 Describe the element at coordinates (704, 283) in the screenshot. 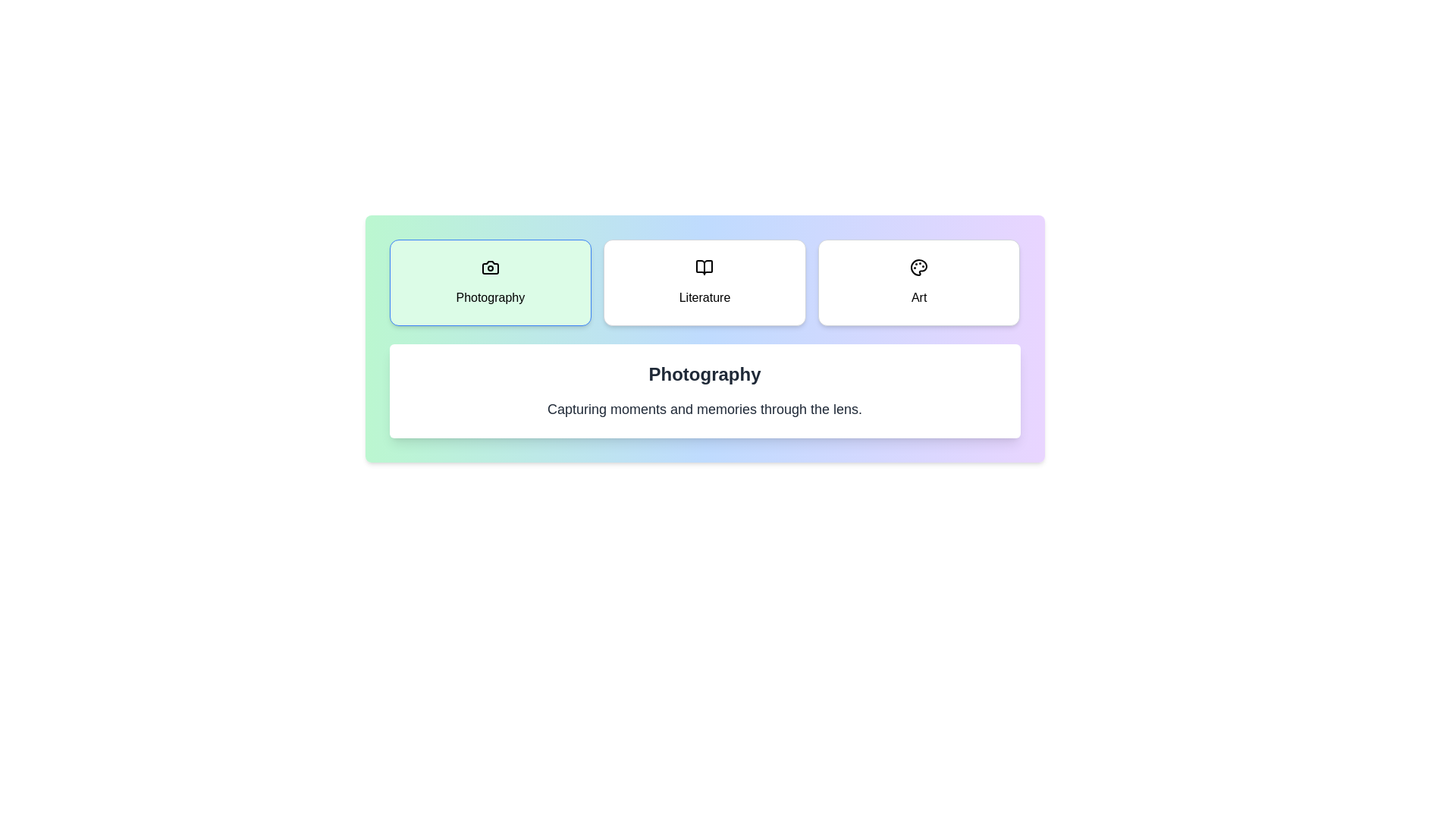

I see `the 'Literature' button` at that location.